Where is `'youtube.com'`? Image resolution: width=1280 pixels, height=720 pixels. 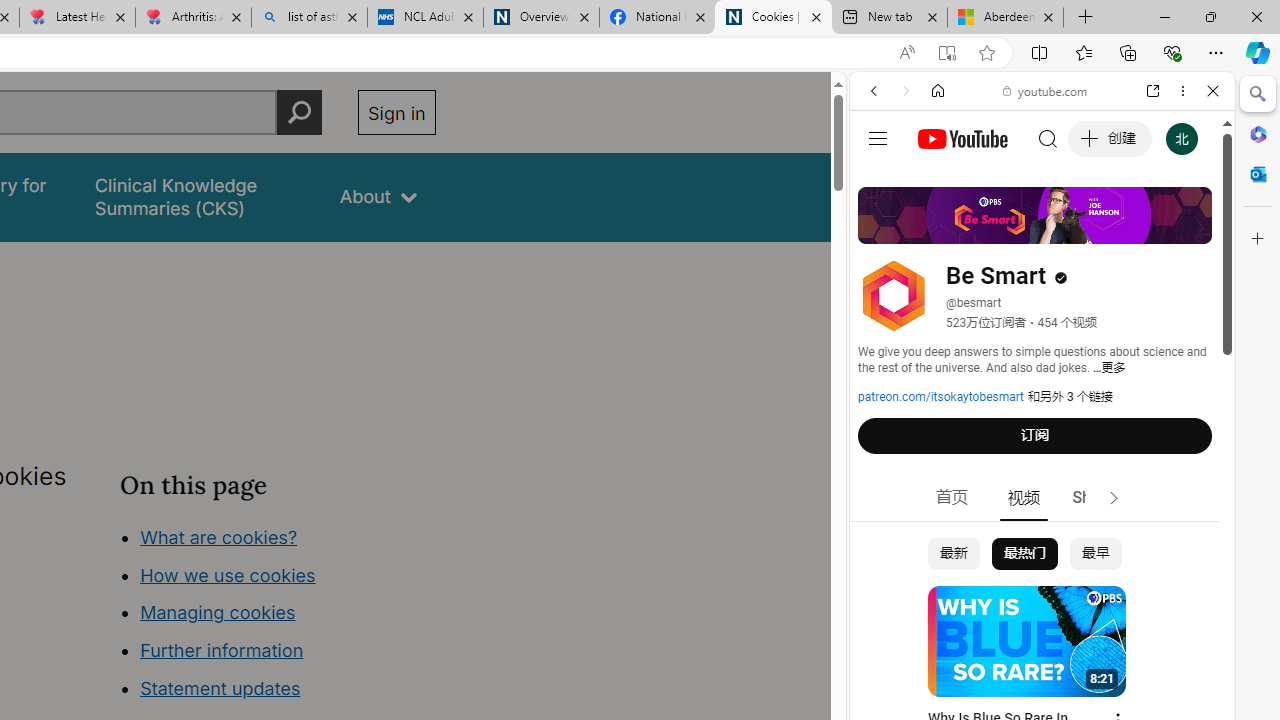
'youtube.com' is located at coordinates (1045, 91).